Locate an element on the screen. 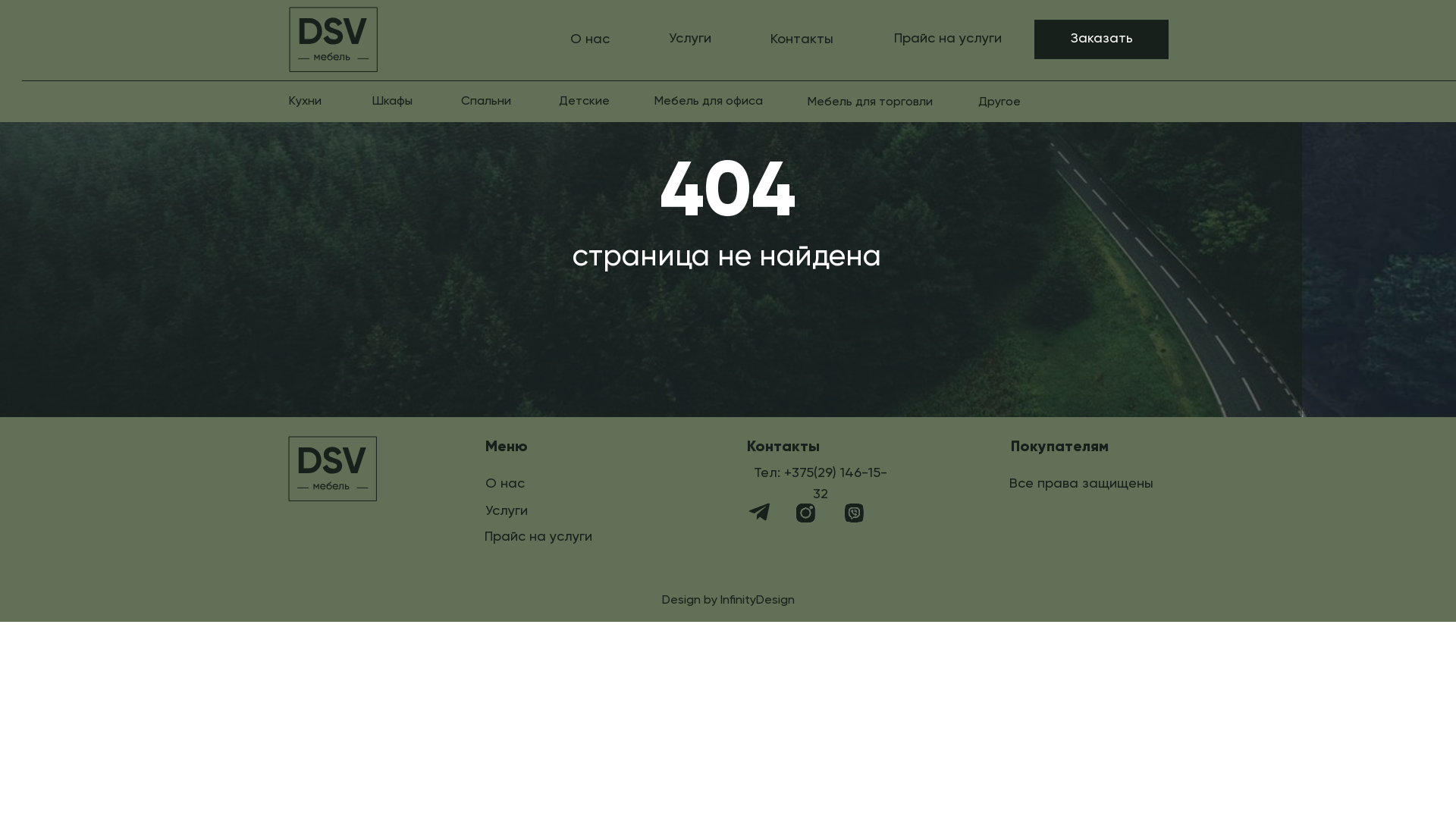  'Design by InfinityDesign' is located at coordinates (728, 599).